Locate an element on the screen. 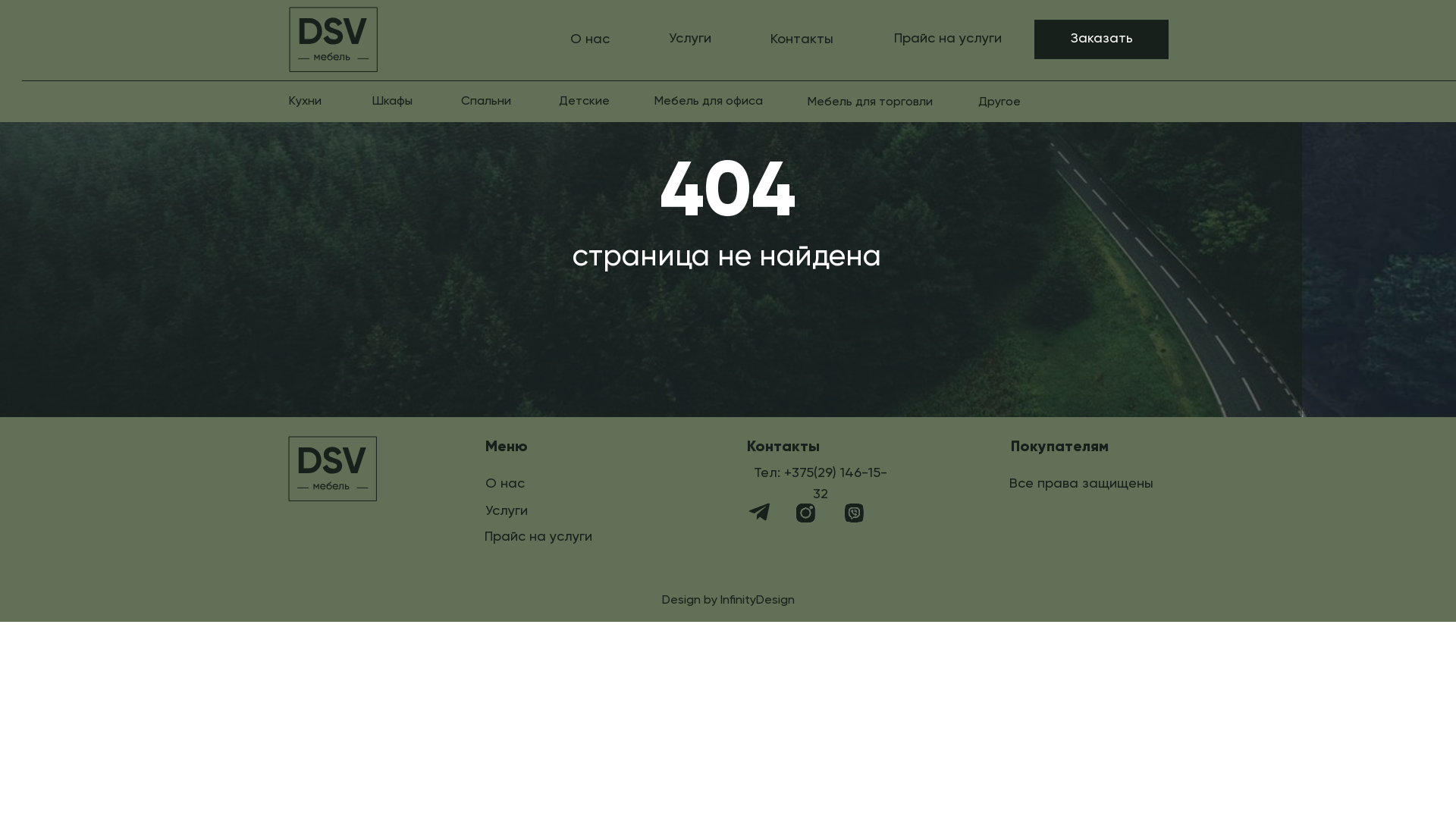  'Design by InfinityDesign' is located at coordinates (728, 599).